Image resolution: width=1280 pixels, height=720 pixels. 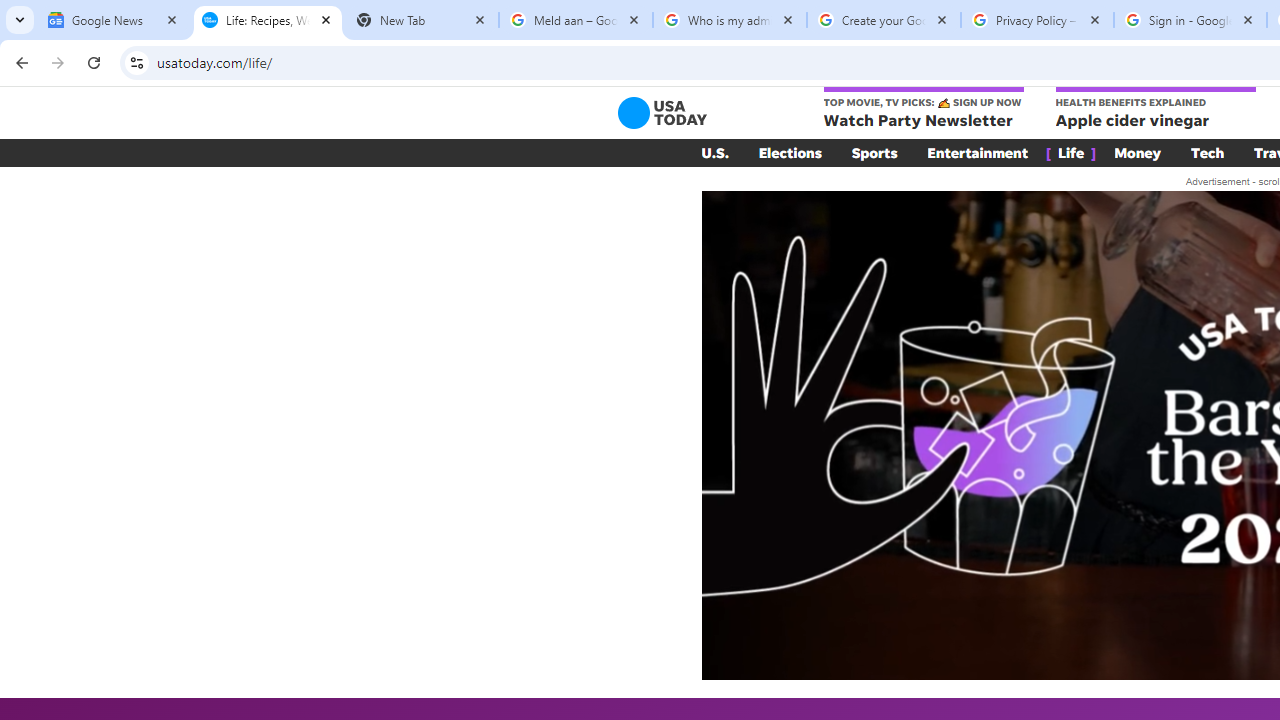 I want to click on 'Sign in - Google Accounts', so click(x=1190, y=20).